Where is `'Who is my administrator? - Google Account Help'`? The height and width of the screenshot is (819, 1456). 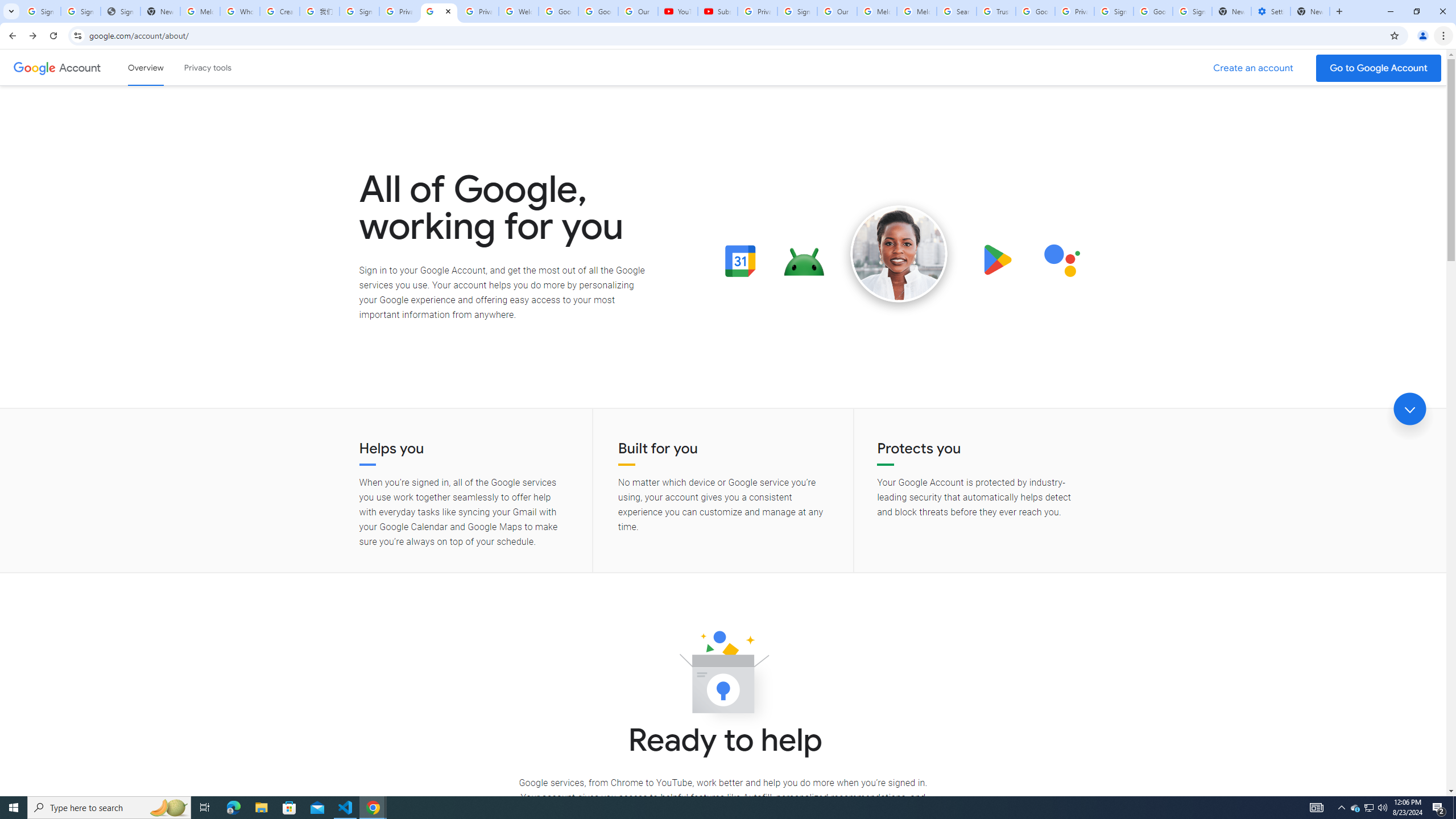
'Who is my administrator? - Google Account Help' is located at coordinates (239, 11).